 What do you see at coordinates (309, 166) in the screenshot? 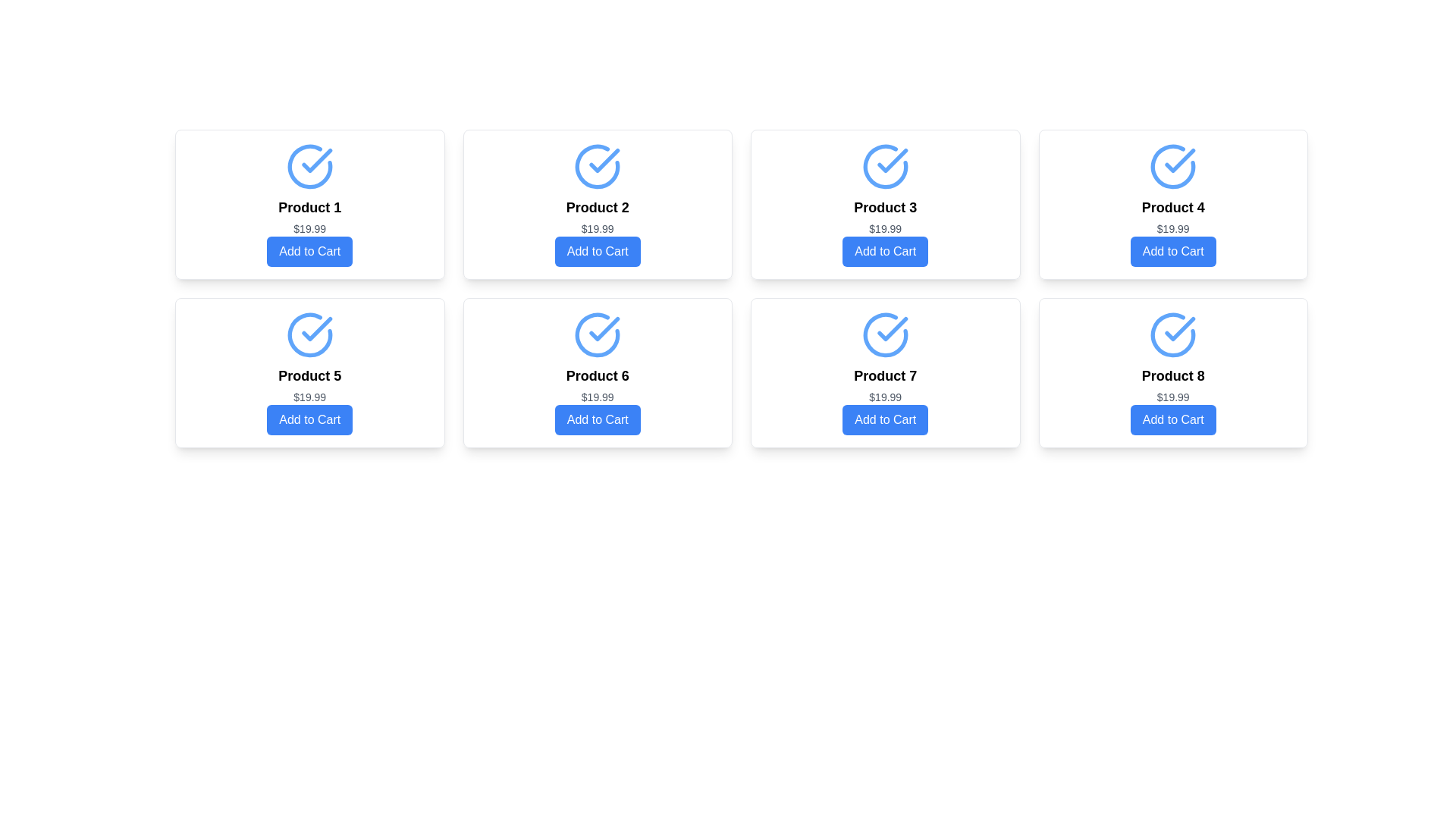
I see `the circular checkmark icon located at the top of the card labelled 'Product 1' for additional information` at bounding box center [309, 166].